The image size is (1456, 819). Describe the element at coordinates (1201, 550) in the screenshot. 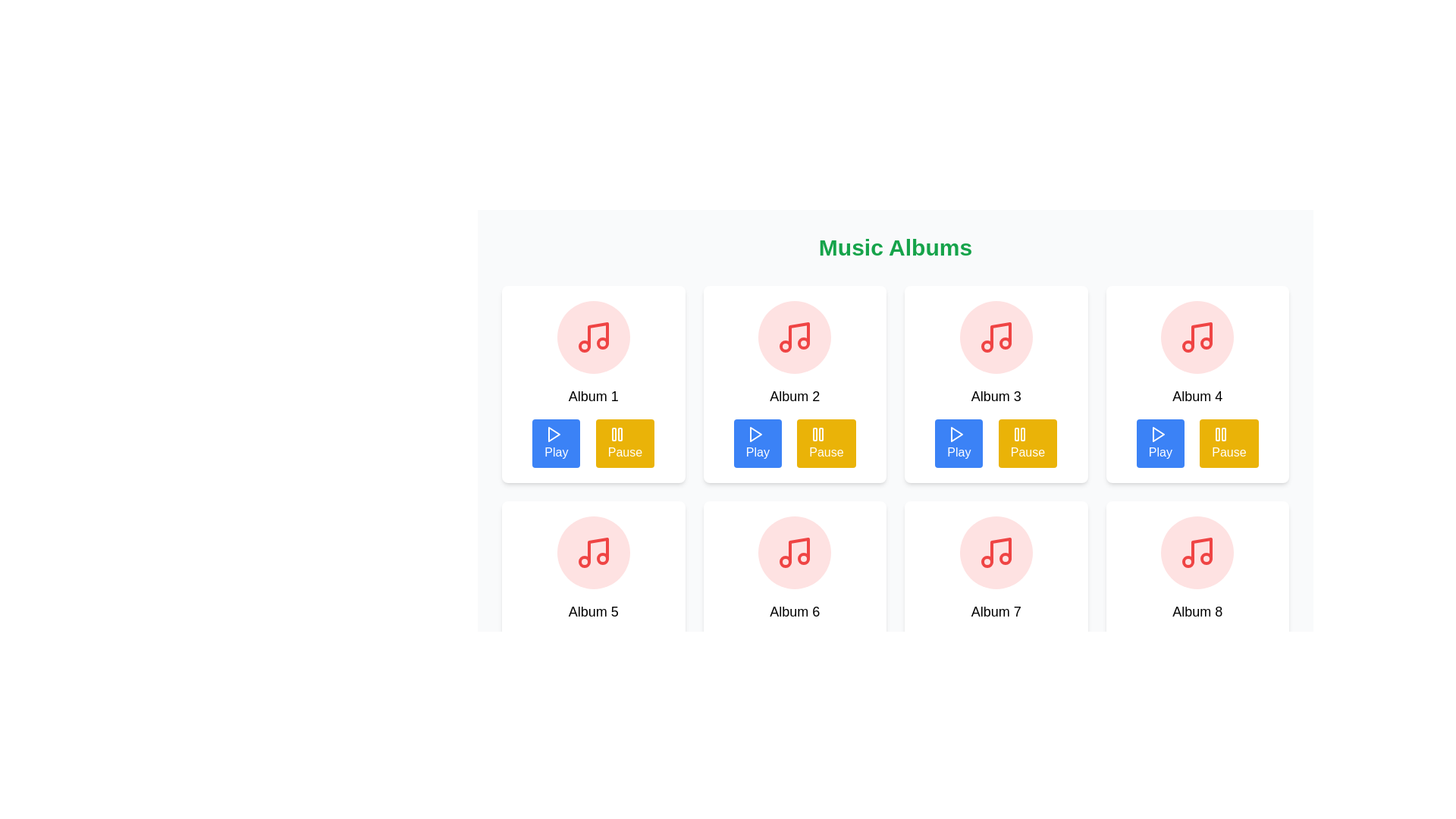

I see `the red musical note icon located in the bottom right corner of the eighth album's card within the grid of albums` at that location.